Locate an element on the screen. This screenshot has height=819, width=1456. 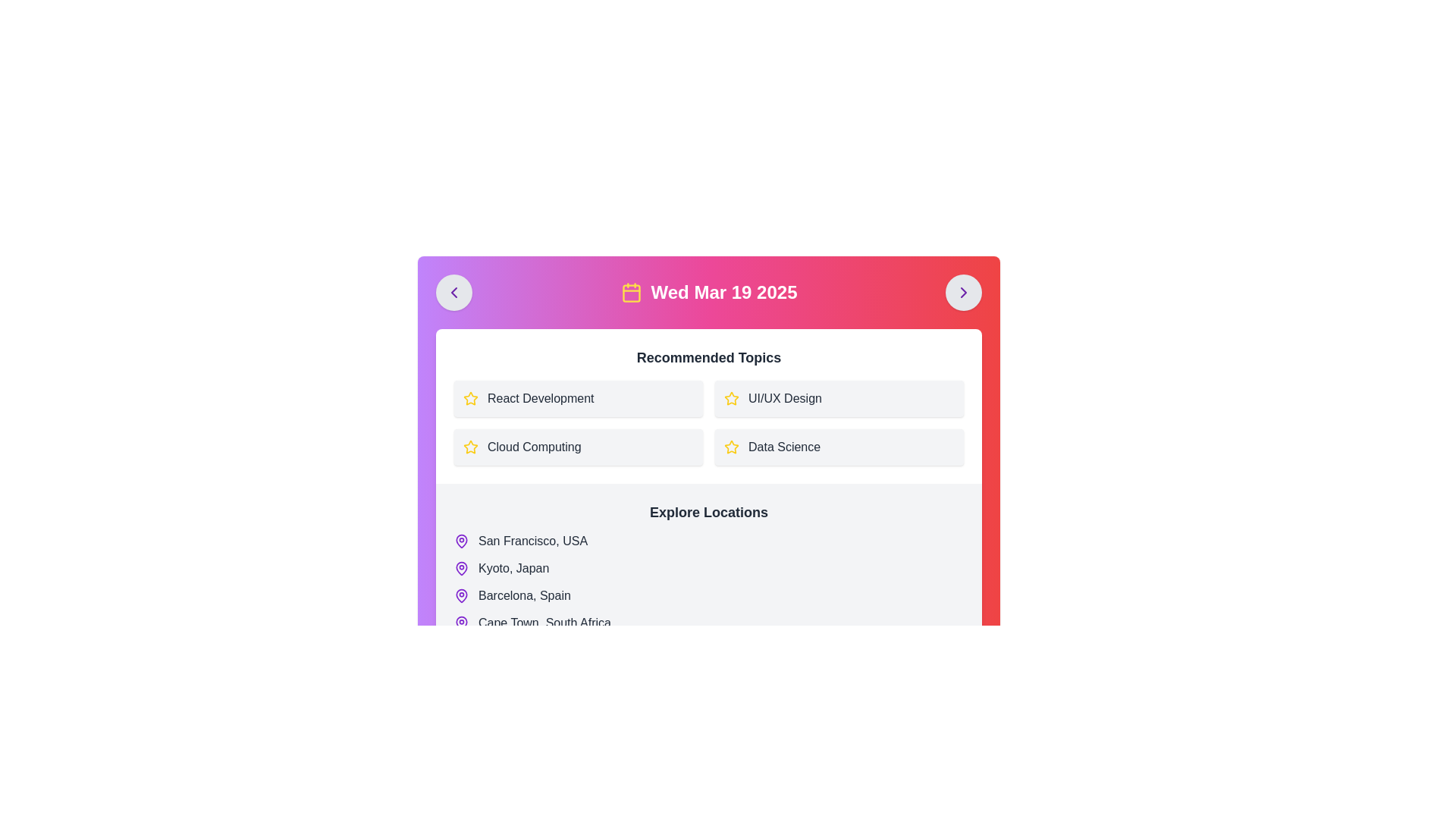
the text label displaying 'Cloud Computing' located below the 'React Development' element in the 'Recommended Topics' section is located at coordinates (534, 447).